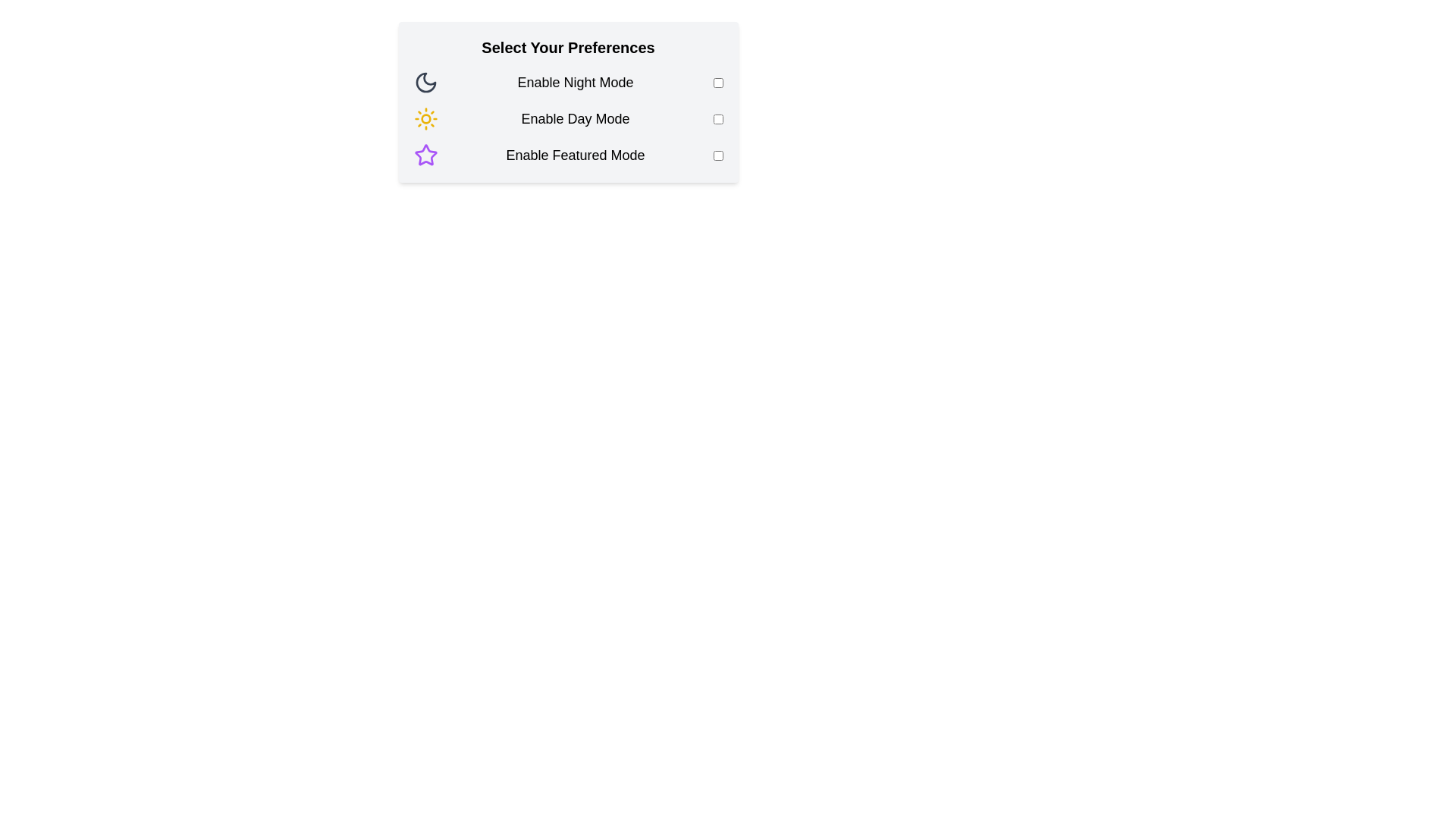  What do you see at coordinates (717, 82) in the screenshot?
I see `the Checkbox Toggle element located to the right of the 'Enable Night Mode' label` at bounding box center [717, 82].